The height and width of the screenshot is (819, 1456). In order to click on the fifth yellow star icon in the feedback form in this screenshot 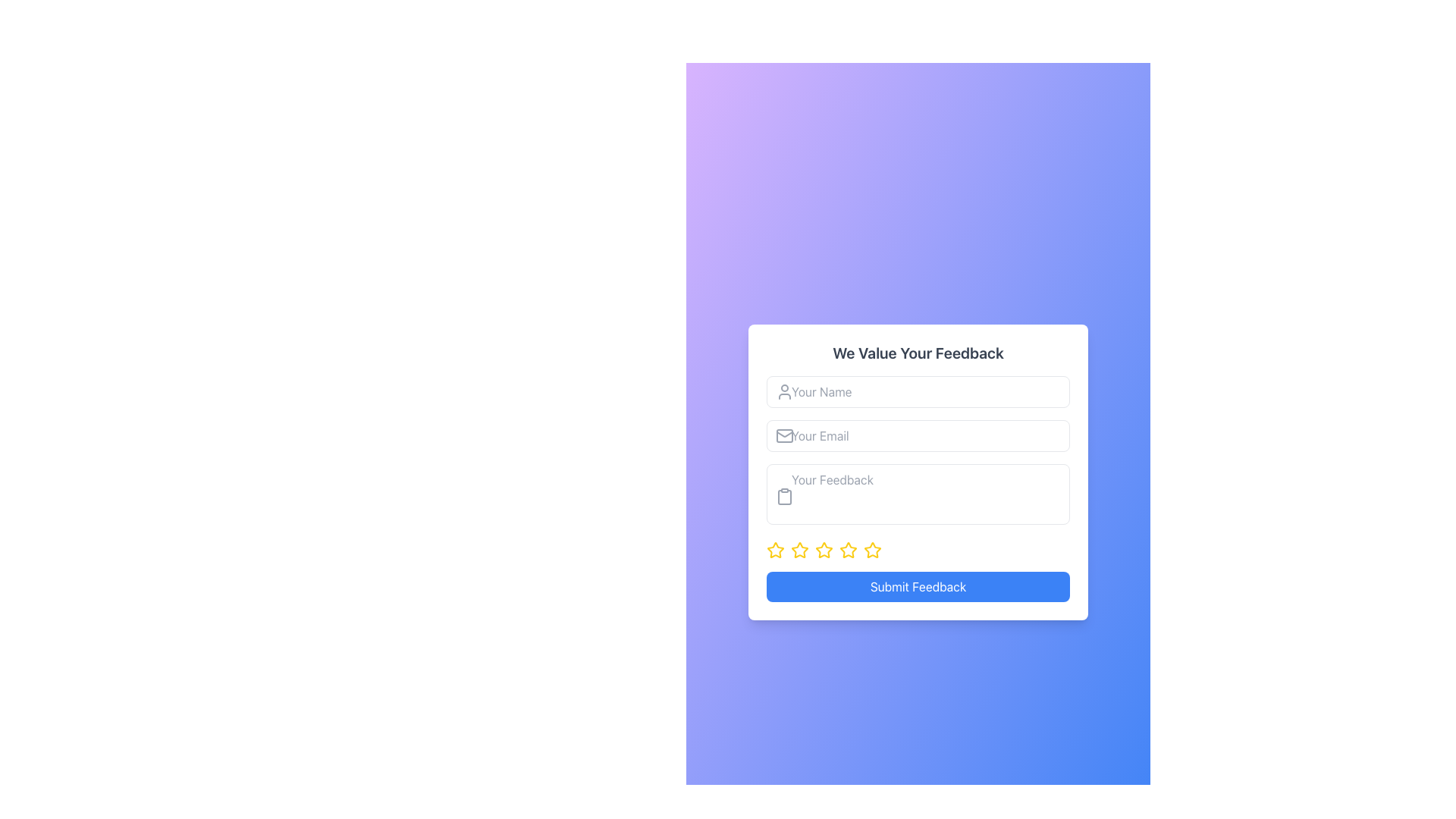, I will do `click(823, 550)`.